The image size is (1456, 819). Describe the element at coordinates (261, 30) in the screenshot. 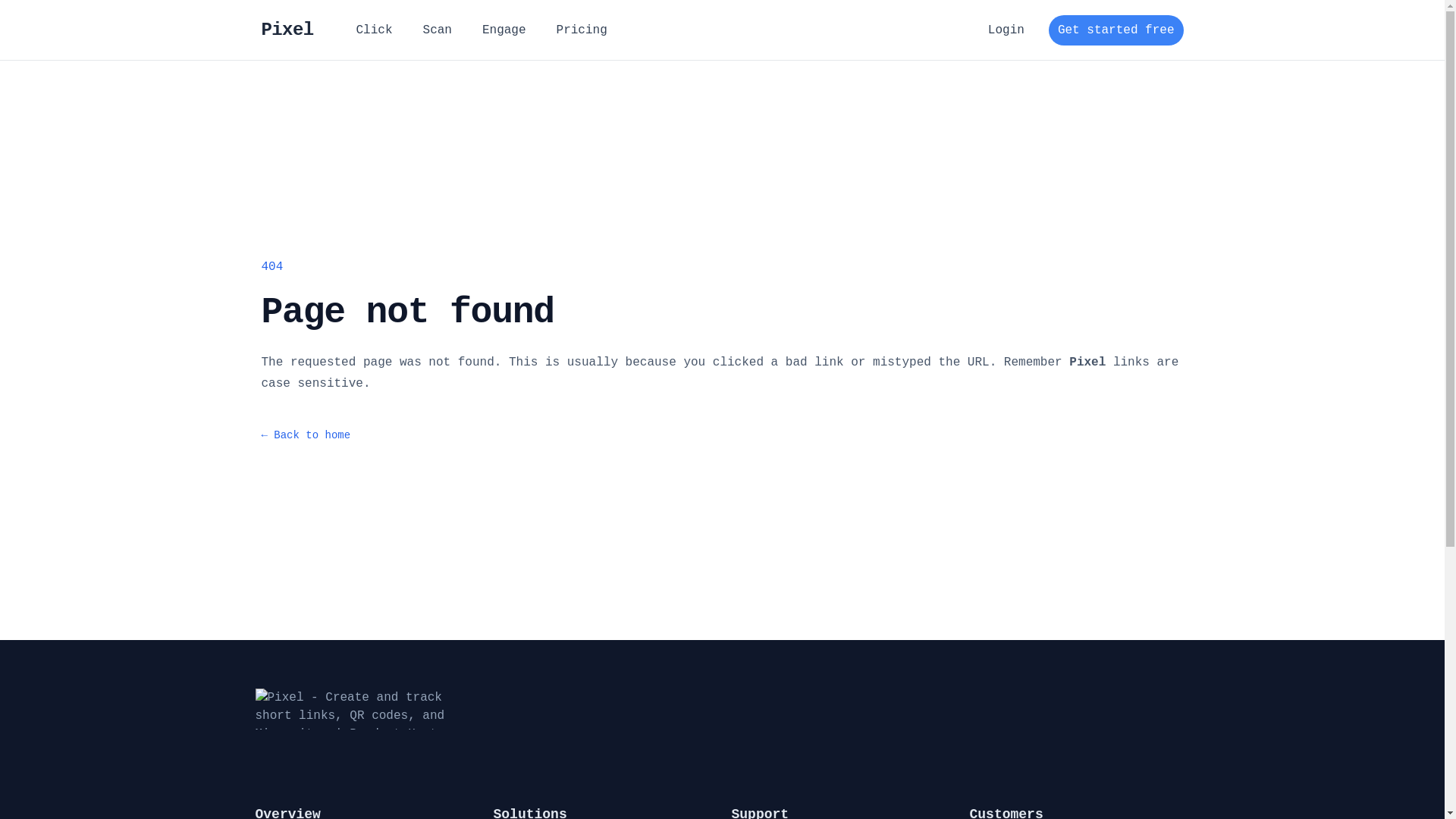

I see `'Pixel'` at that location.